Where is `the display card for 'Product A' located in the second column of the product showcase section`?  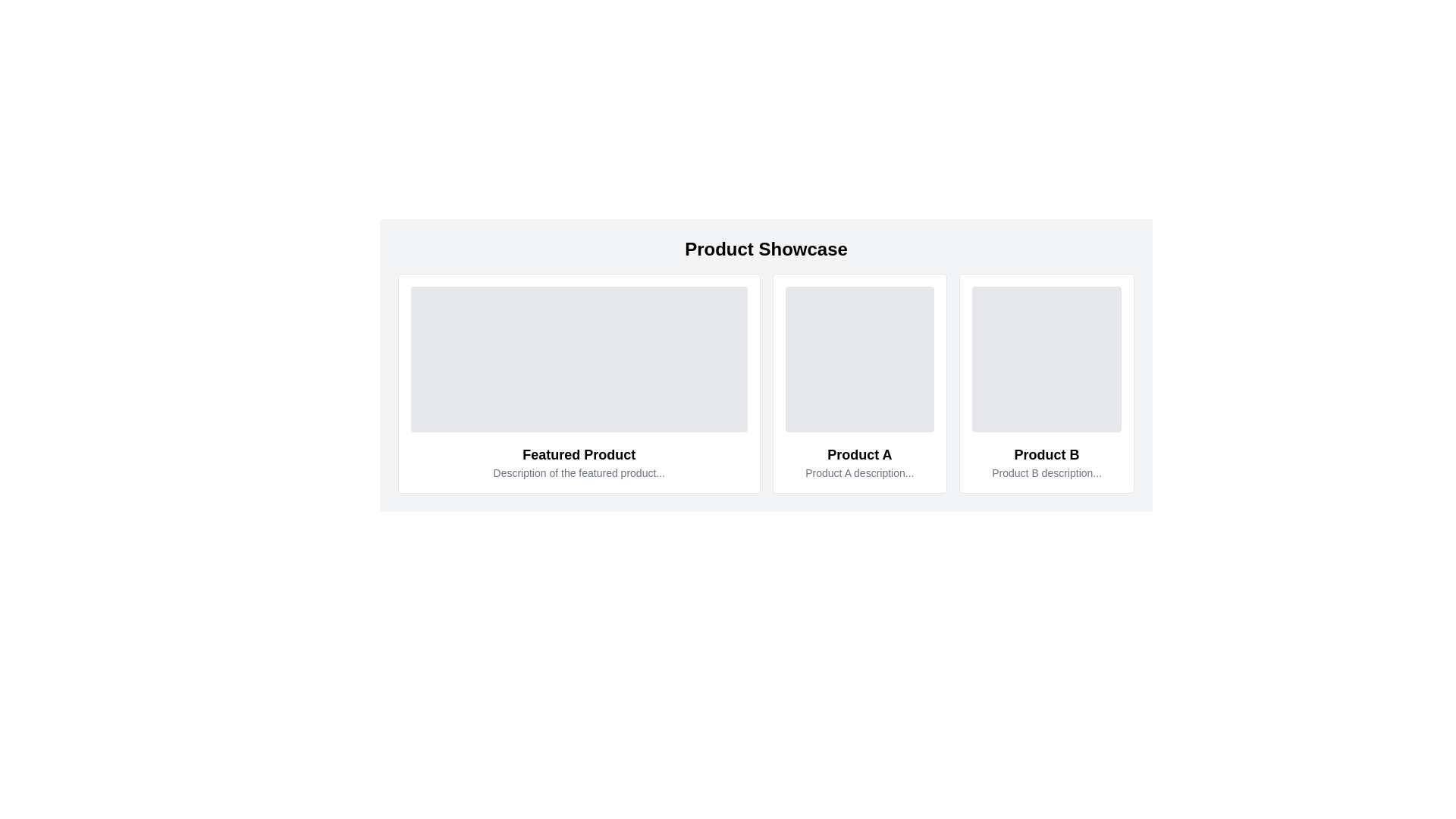 the display card for 'Product A' located in the second column of the product showcase section is located at coordinates (859, 382).